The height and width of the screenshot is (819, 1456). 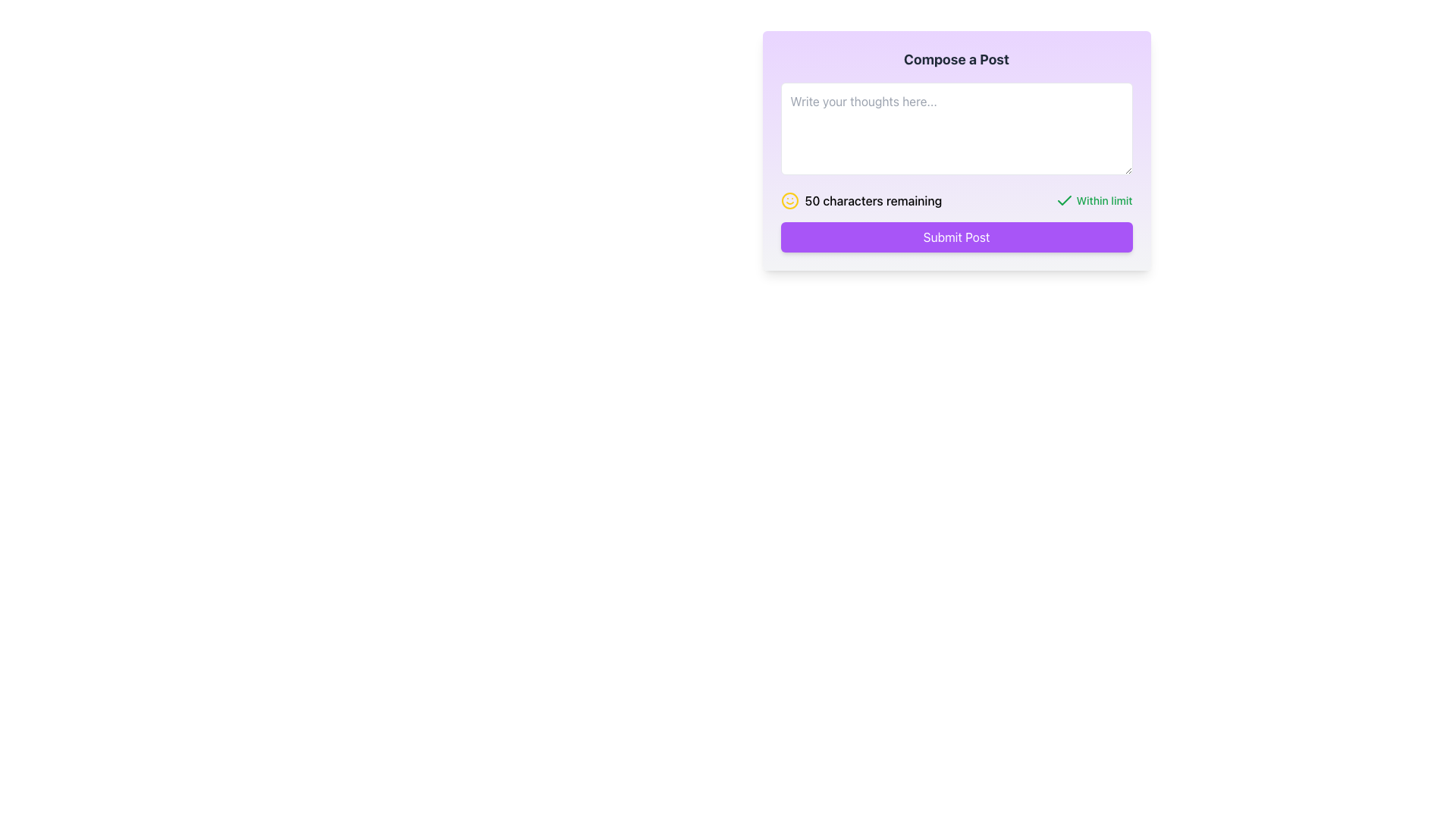 What do you see at coordinates (873, 200) in the screenshot?
I see `the Text Display that reads '50 characters remaining', which is located to the right of a smiley icon and beneath a text area for composing a post` at bounding box center [873, 200].